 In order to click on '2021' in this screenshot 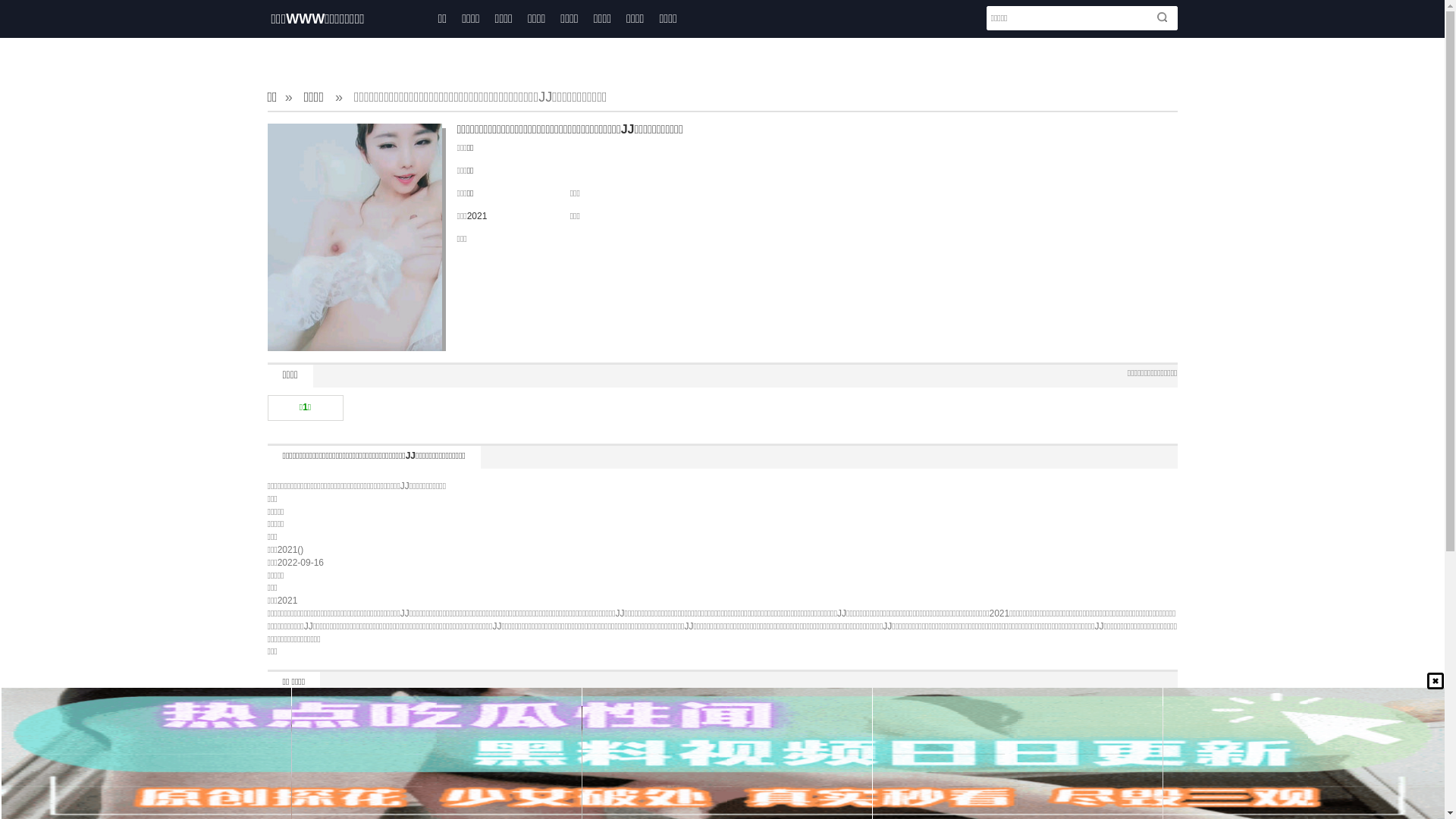, I will do `click(476, 216)`.